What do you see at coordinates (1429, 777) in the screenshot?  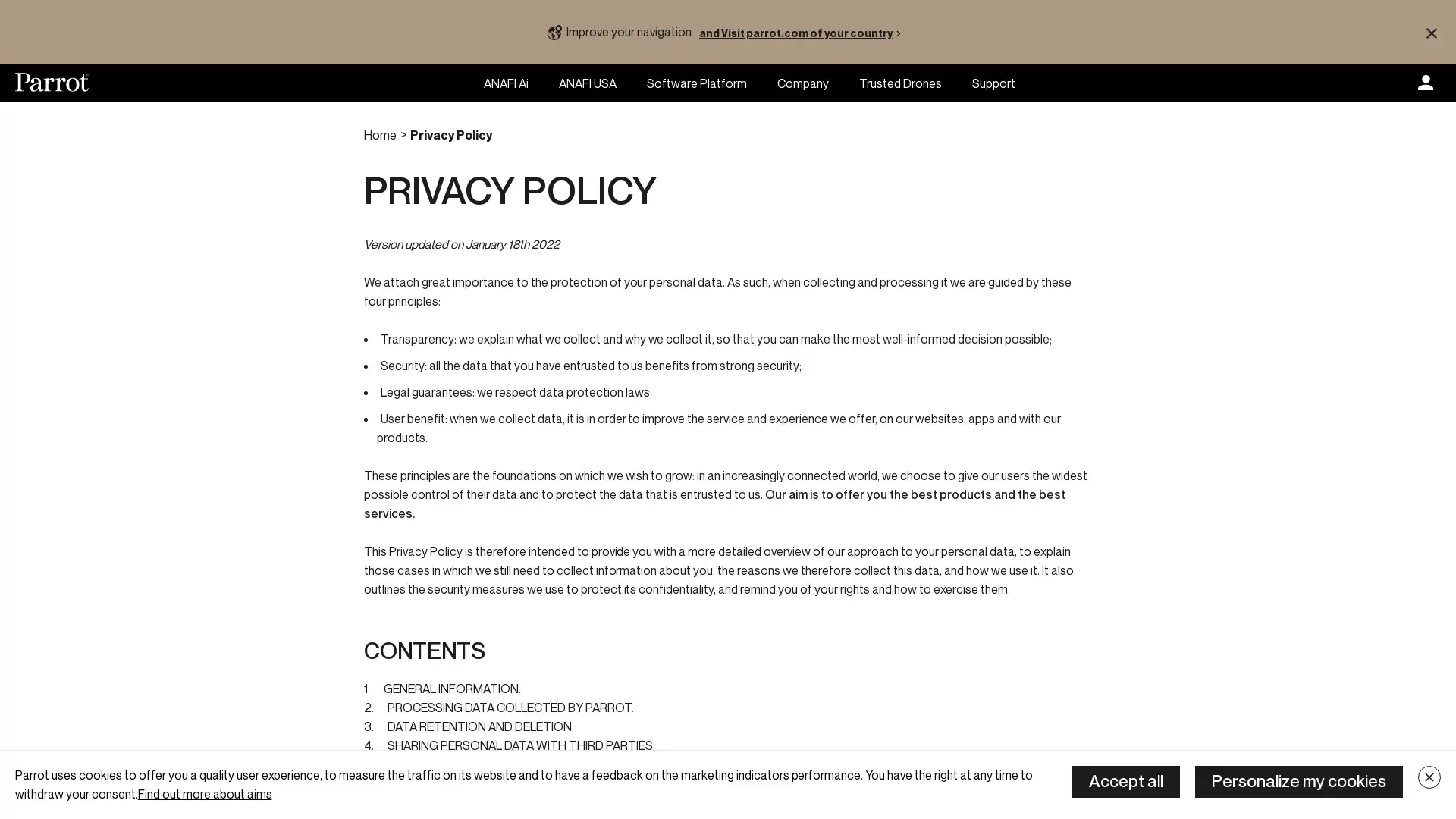 I see `close` at bounding box center [1429, 777].